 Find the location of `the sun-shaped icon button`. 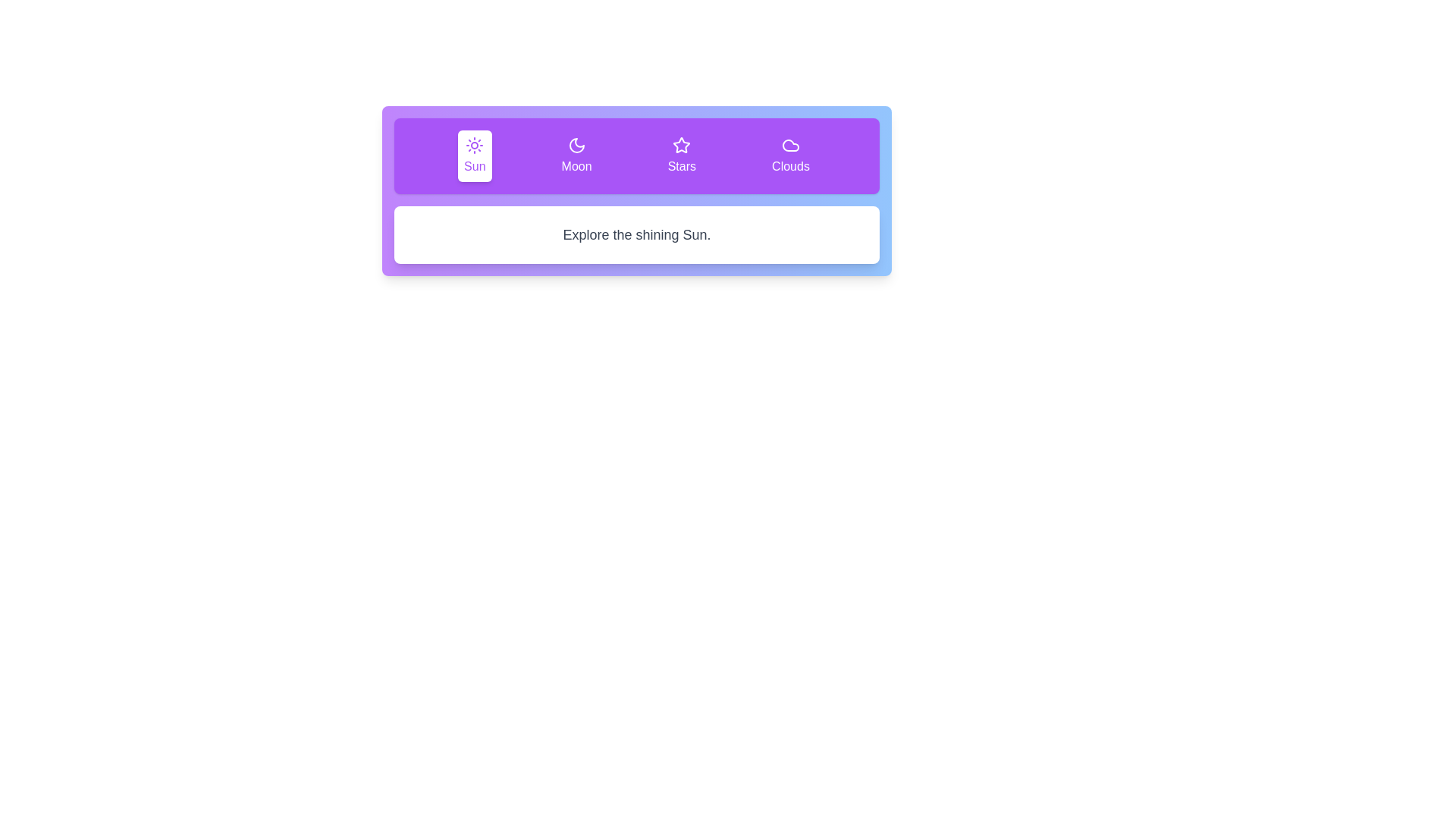

the sun-shaped icon button is located at coordinates (474, 146).